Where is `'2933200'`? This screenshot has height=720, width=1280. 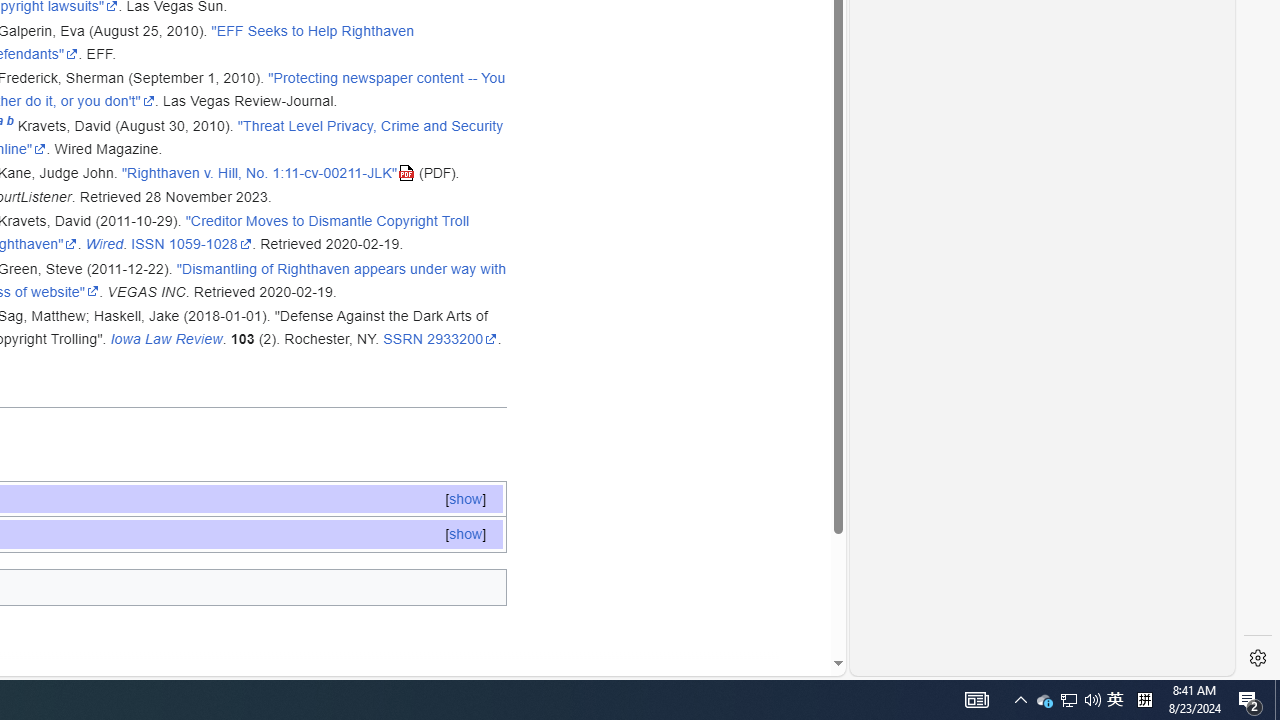 '2933200' is located at coordinates (461, 338).